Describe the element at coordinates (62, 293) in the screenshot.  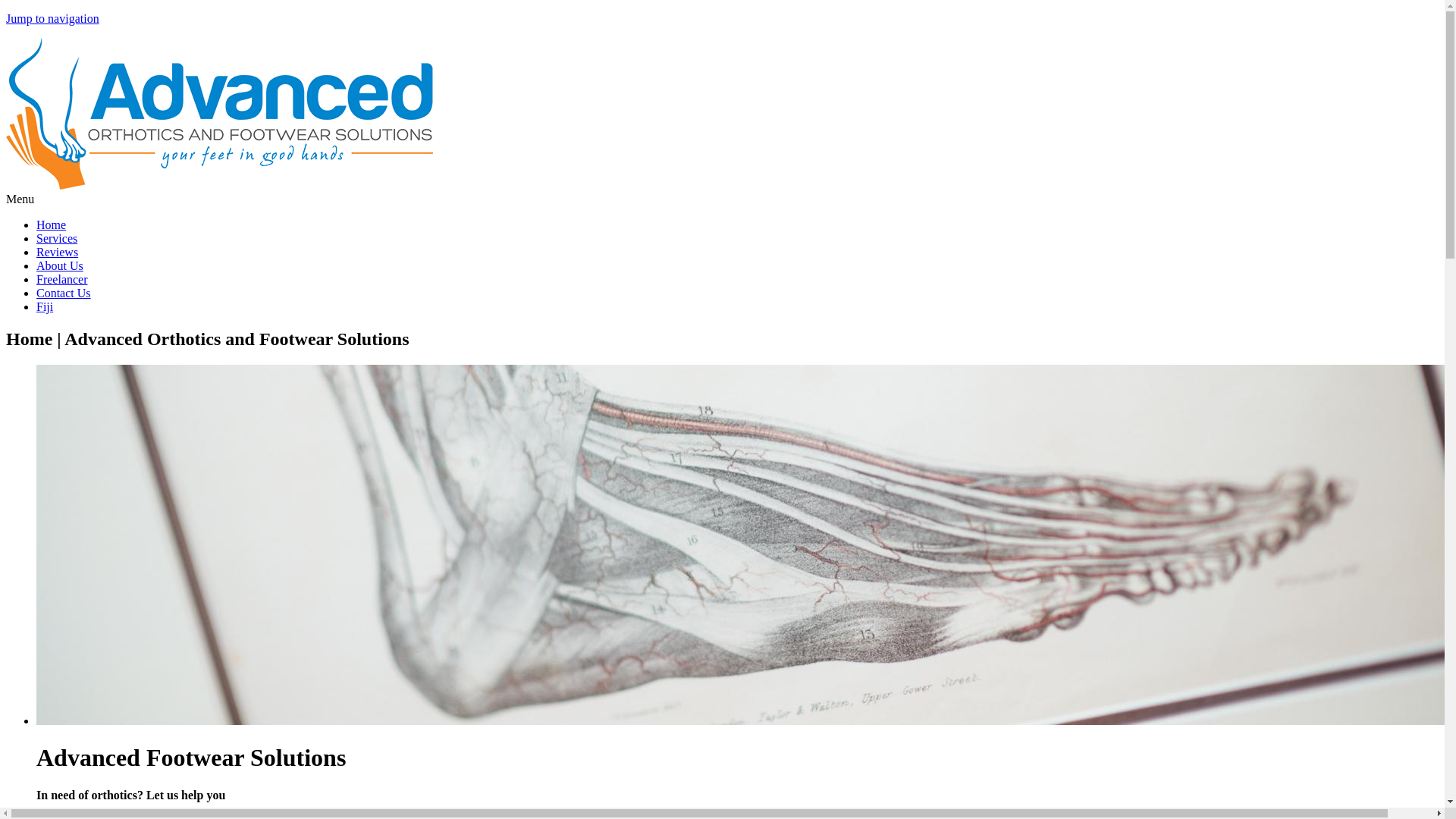
I see `'Contact Us'` at that location.